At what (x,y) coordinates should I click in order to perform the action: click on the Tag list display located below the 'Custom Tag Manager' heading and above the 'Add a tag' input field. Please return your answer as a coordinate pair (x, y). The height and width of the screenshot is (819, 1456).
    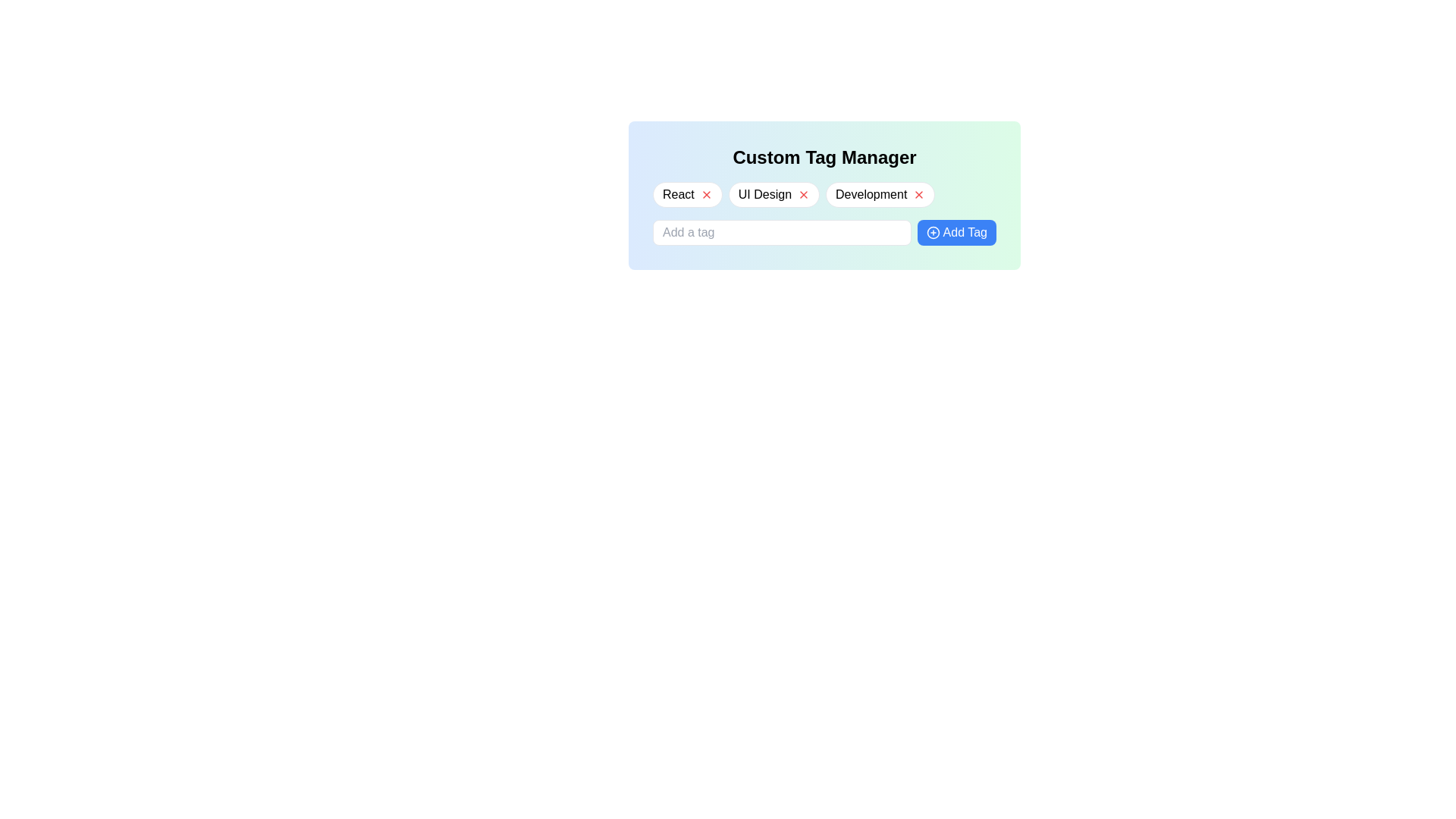
    Looking at the image, I should click on (824, 194).